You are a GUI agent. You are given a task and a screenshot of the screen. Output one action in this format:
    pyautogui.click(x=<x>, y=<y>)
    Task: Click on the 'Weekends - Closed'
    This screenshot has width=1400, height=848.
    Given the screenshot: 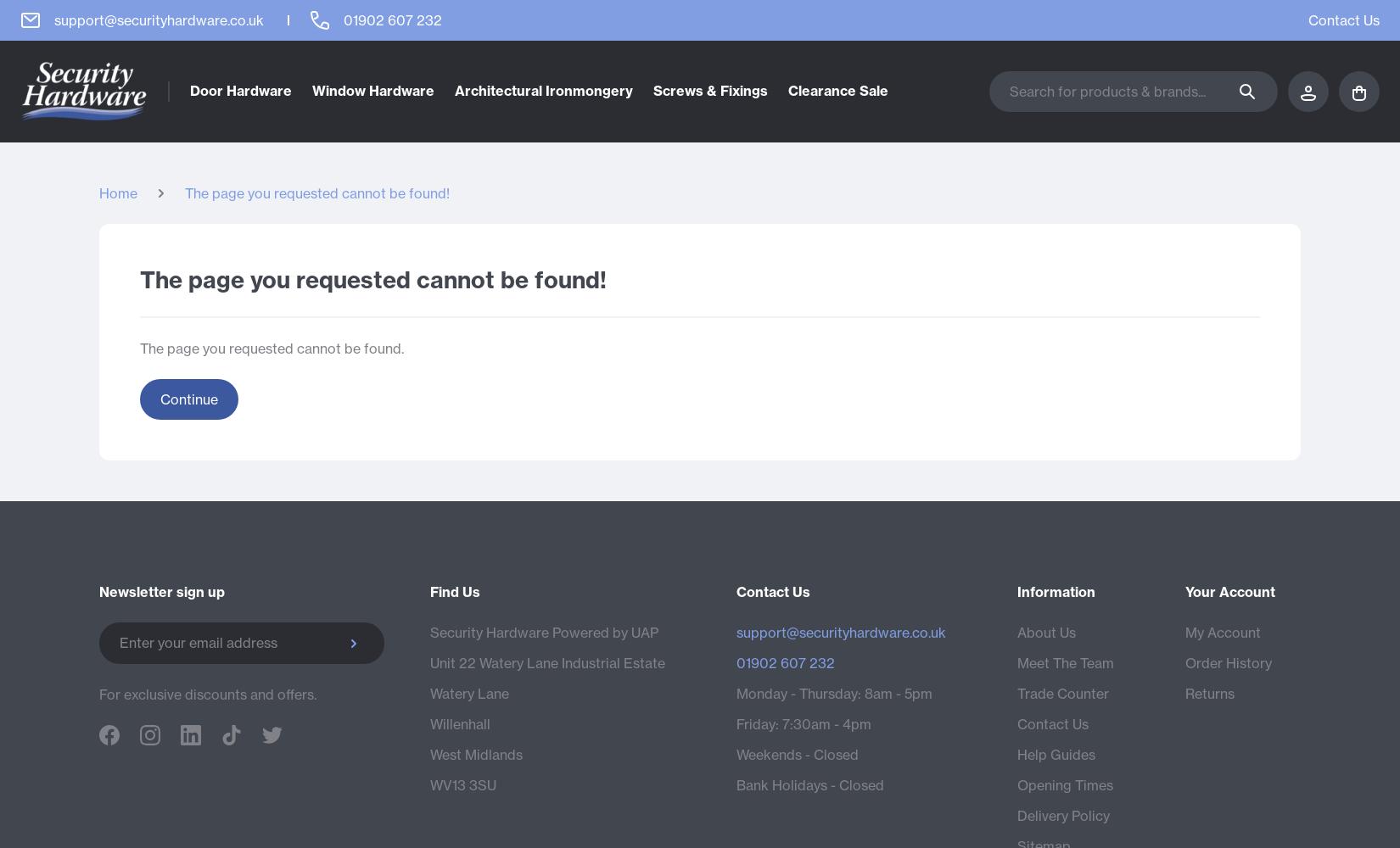 What is the action you would take?
    pyautogui.click(x=736, y=754)
    